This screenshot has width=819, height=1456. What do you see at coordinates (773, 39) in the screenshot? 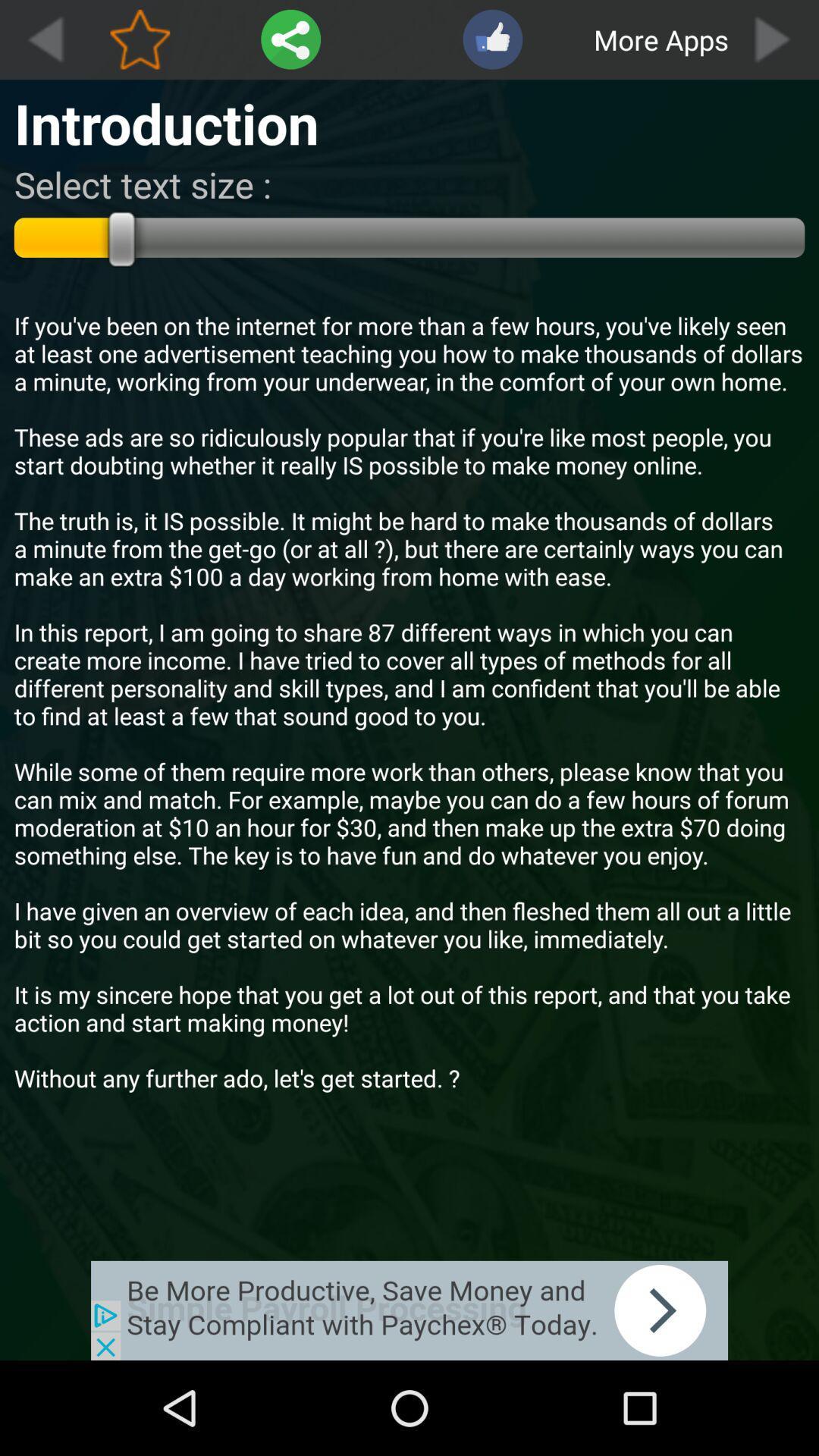
I see `forward` at bounding box center [773, 39].